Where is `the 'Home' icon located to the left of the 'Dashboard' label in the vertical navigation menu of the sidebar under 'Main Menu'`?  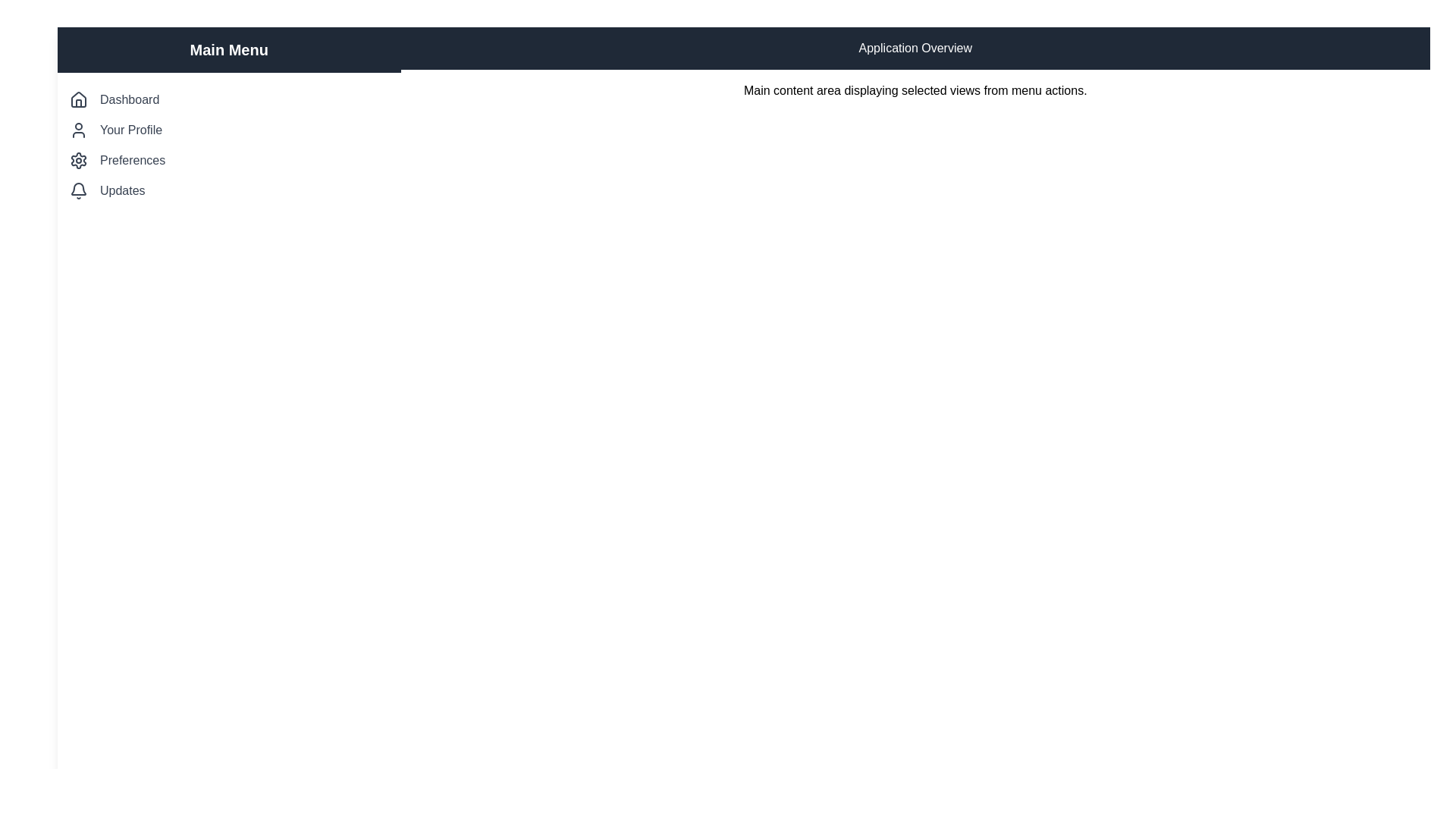 the 'Home' icon located to the left of the 'Dashboard' label in the vertical navigation menu of the sidebar under 'Main Menu' is located at coordinates (78, 99).